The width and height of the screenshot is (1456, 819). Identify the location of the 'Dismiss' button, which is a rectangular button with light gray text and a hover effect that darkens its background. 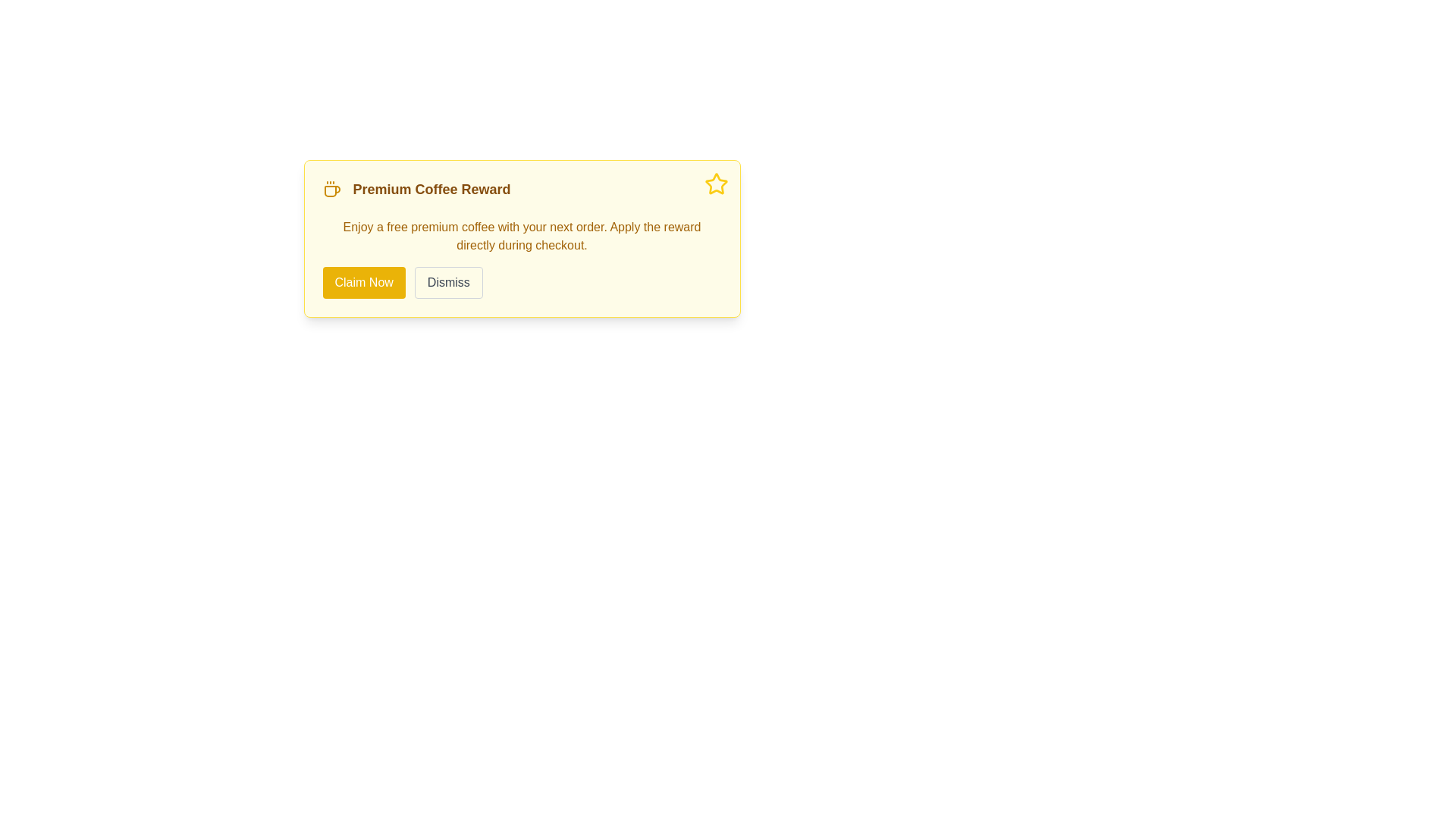
(447, 283).